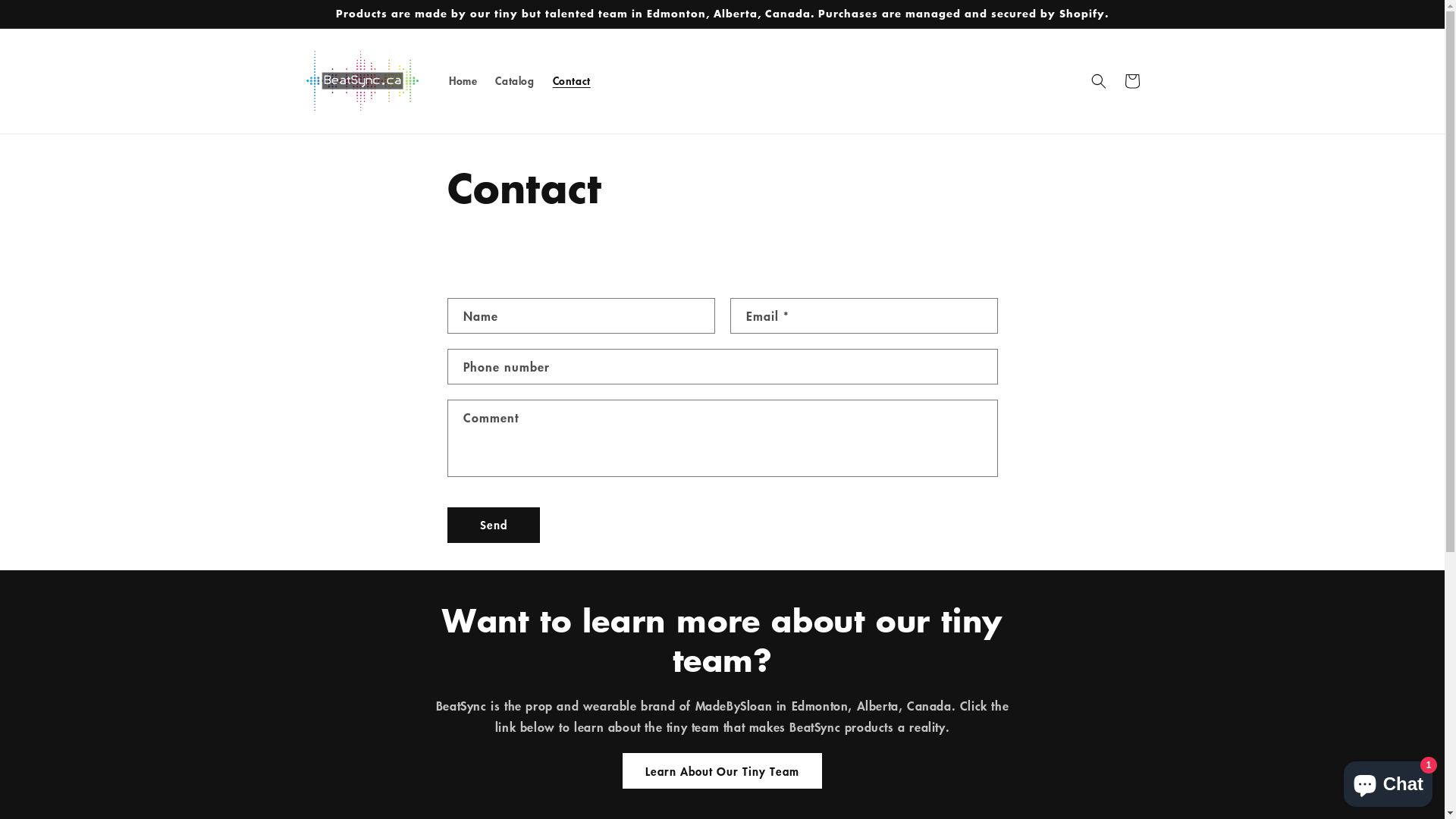 The width and height of the screenshot is (1456, 819). I want to click on 'Shopify online store chat', so click(1388, 780).